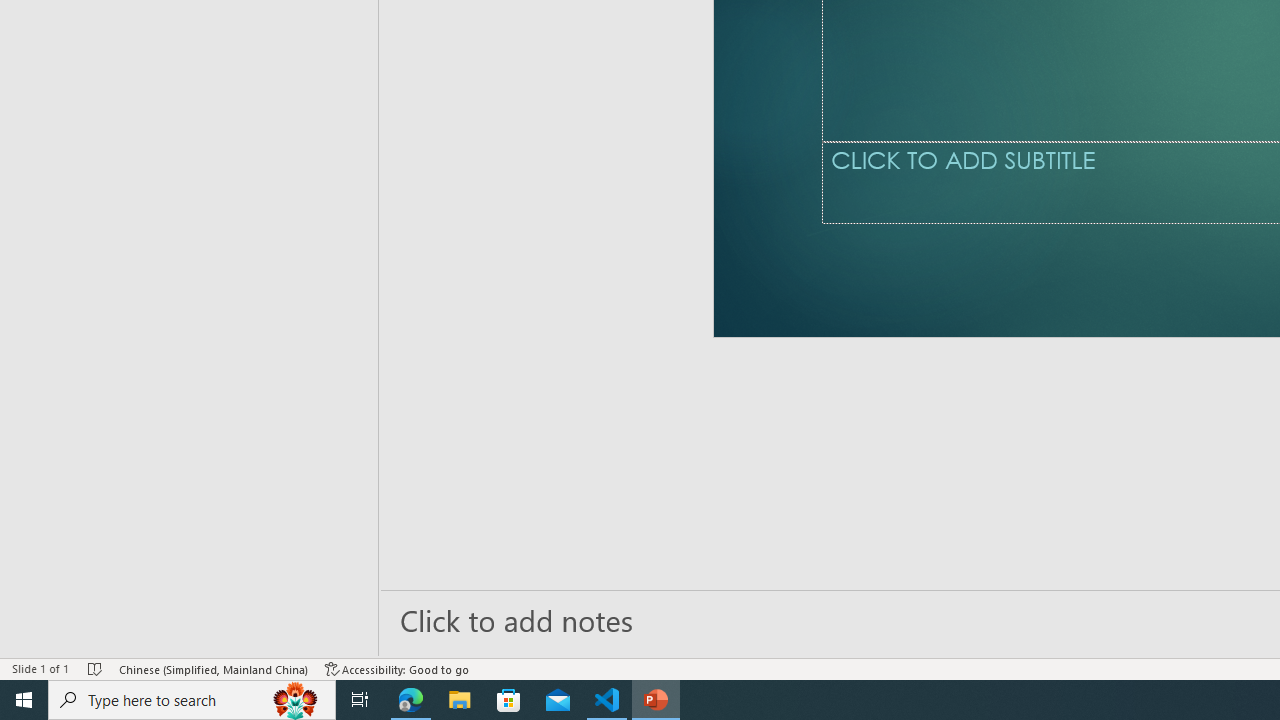  Describe the element at coordinates (397, 669) in the screenshot. I see `'Accessibility Checker Accessibility: Good to go'` at that location.